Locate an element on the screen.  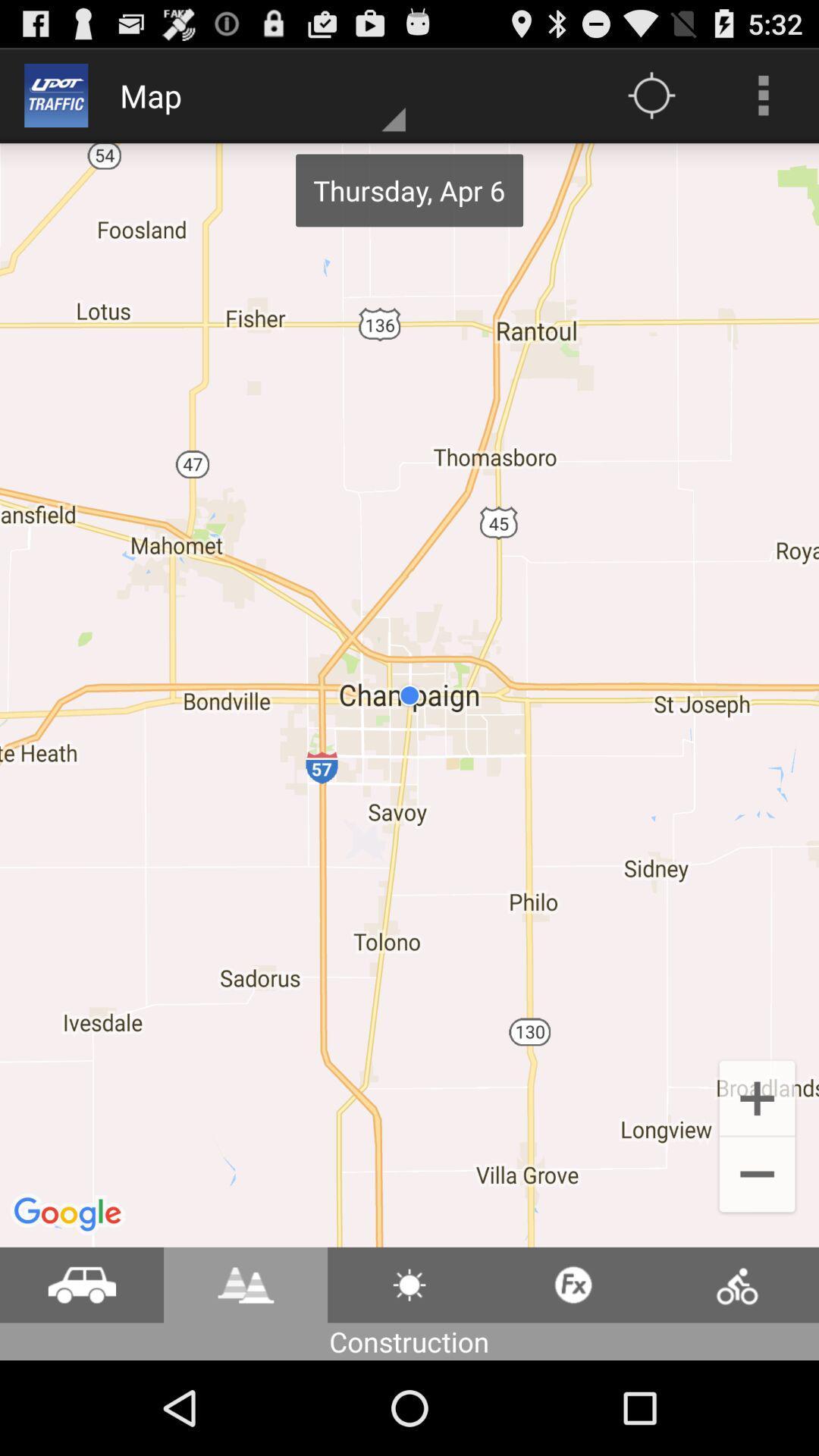
the icon which just above the construction is located at coordinates (409, 1284).